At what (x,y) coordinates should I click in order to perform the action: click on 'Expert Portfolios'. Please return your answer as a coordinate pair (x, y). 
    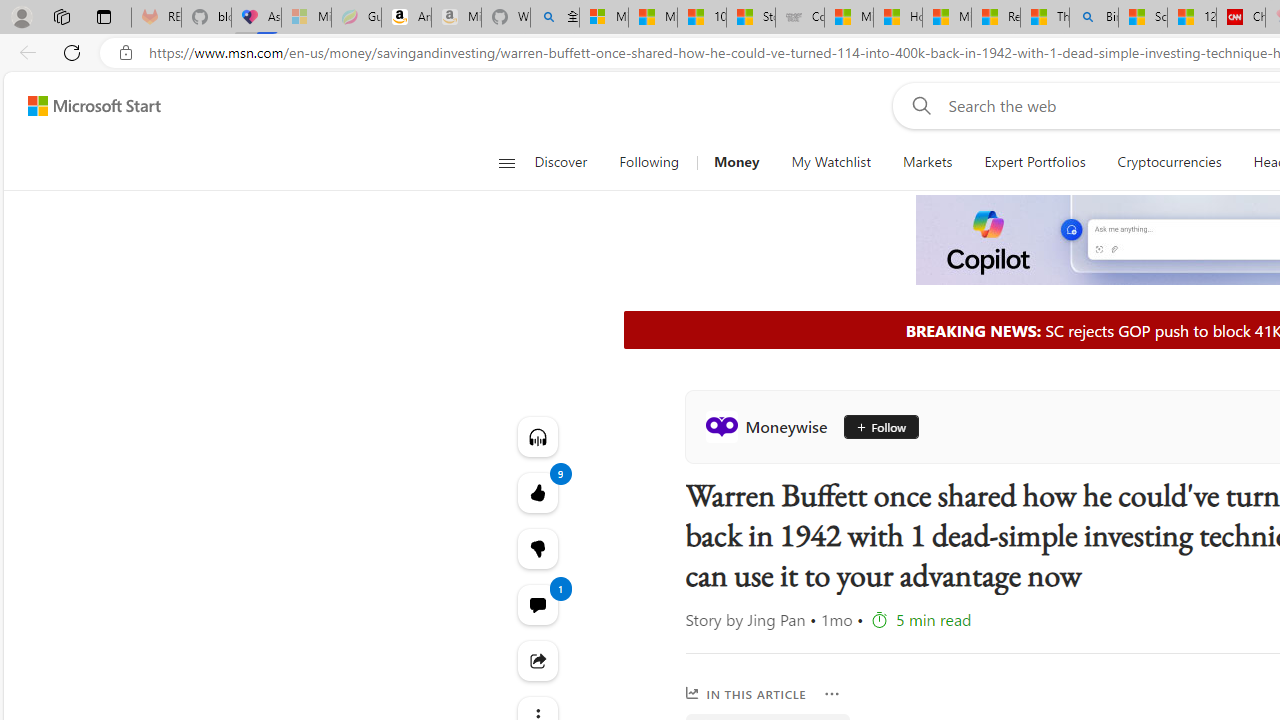
    Looking at the image, I should click on (1034, 162).